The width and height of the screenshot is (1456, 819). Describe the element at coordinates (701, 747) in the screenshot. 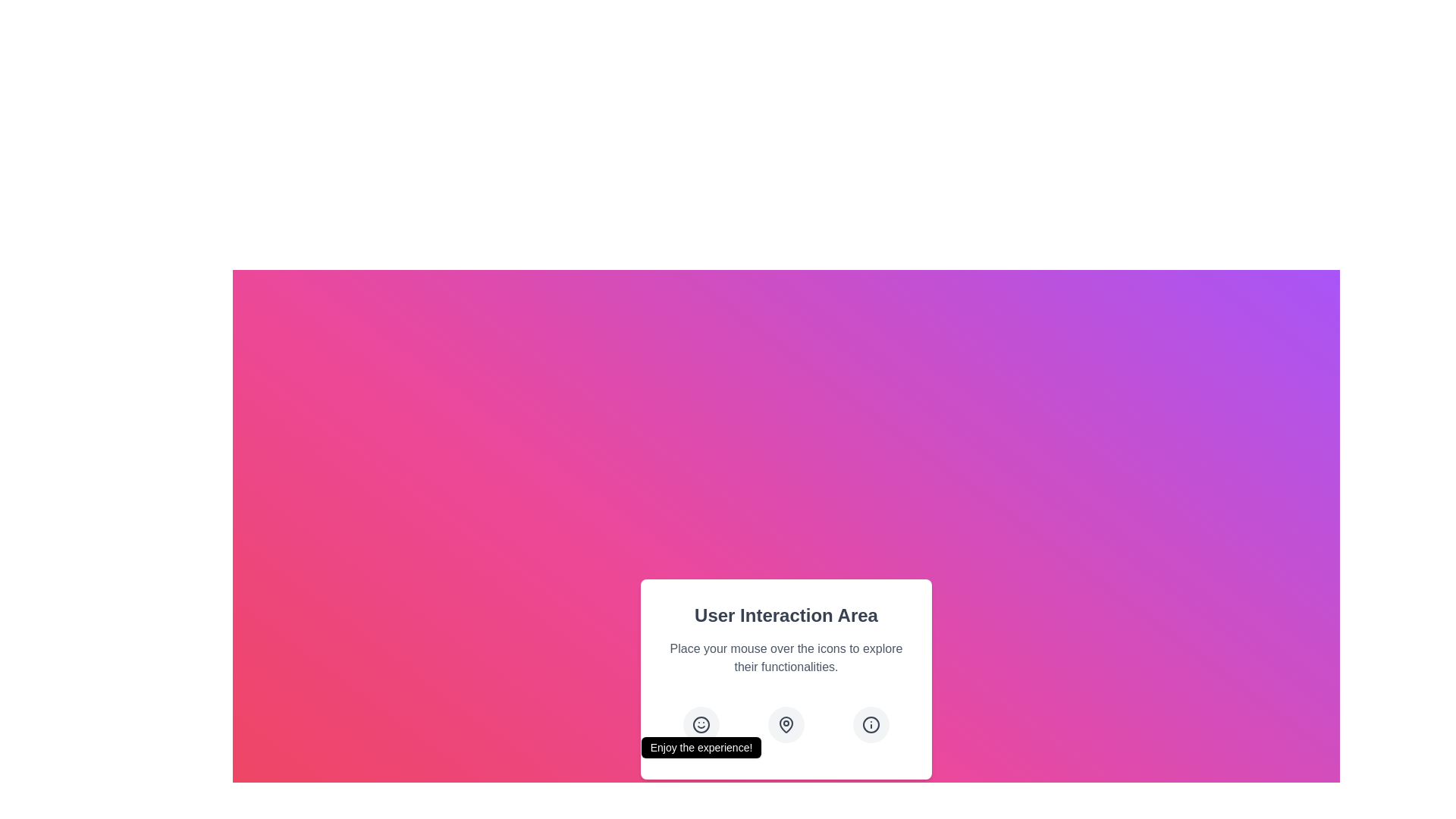

I see `the Tooltip box located directly below the smiling face icon in the User Interaction Area` at that location.